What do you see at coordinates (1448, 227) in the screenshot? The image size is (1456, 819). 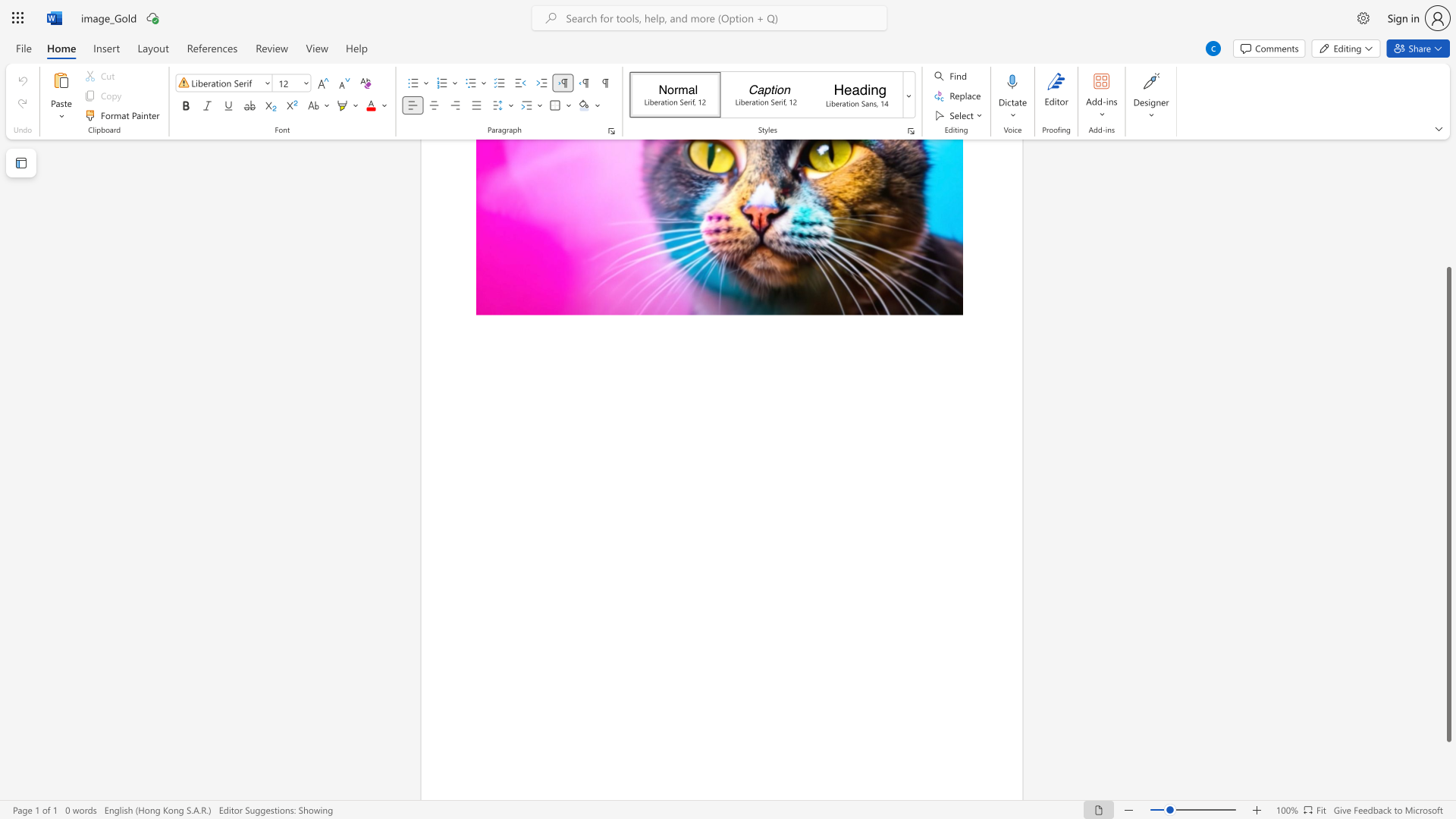 I see `the scrollbar on the right to move the page upward` at bounding box center [1448, 227].